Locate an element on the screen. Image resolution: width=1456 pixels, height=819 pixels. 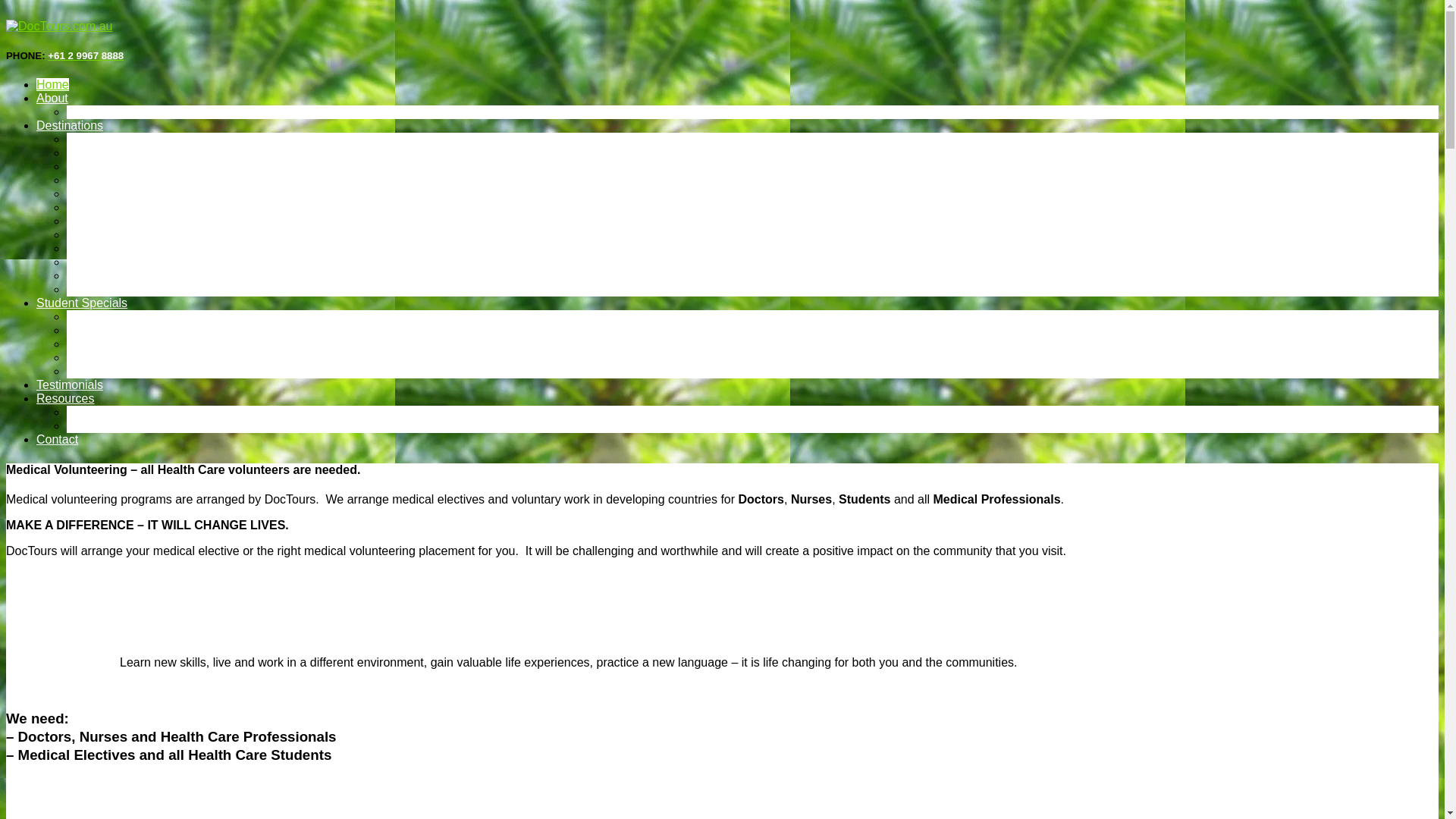
'Nepal' is located at coordinates (82, 193).